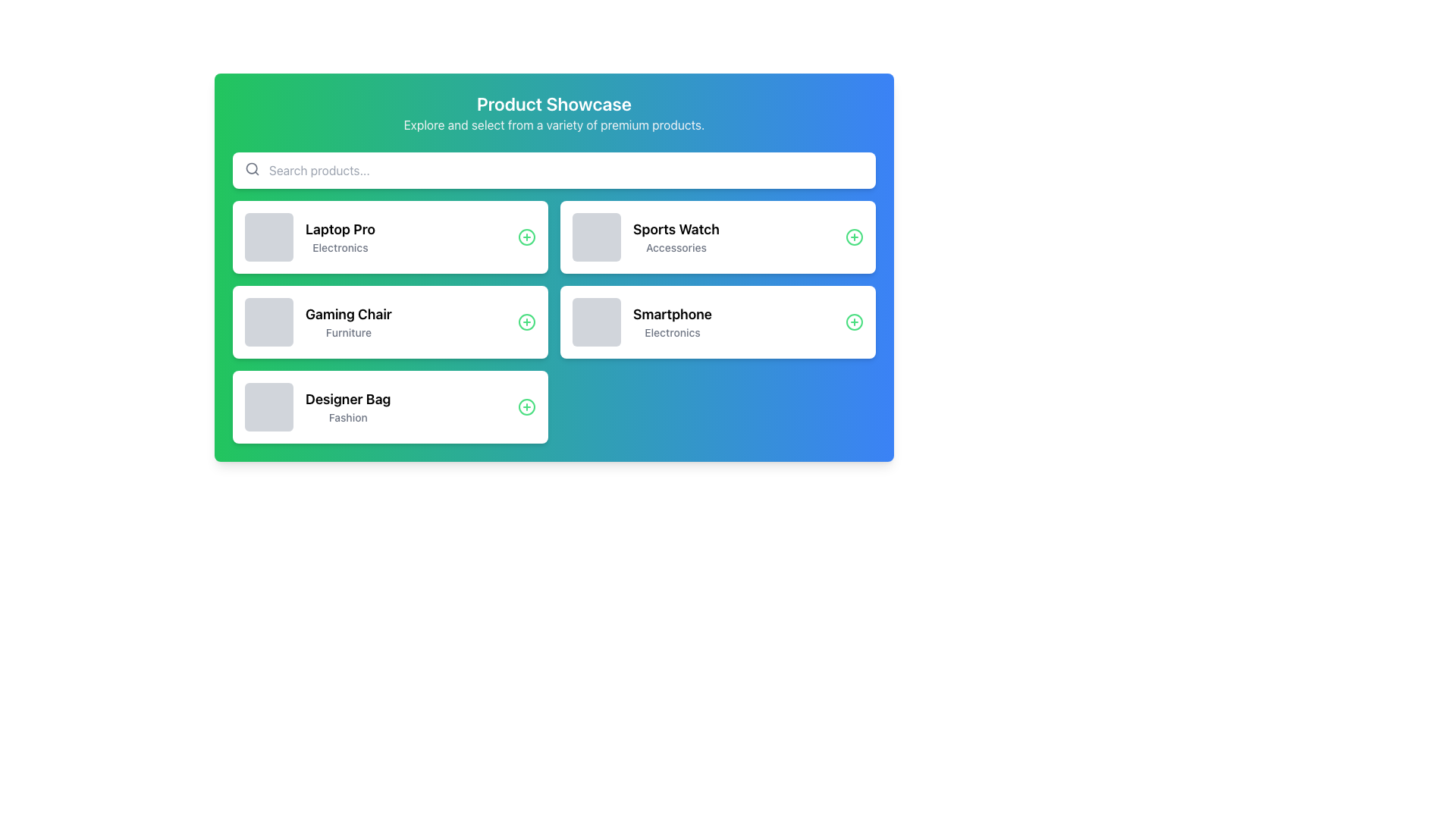 This screenshot has height=819, width=1456. What do you see at coordinates (339, 247) in the screenshot?
I see `the text label displaying 'Electronics' located below the 'Laptop Pro' text label in the top-left section of the interface` at bounding box center [339, 247].